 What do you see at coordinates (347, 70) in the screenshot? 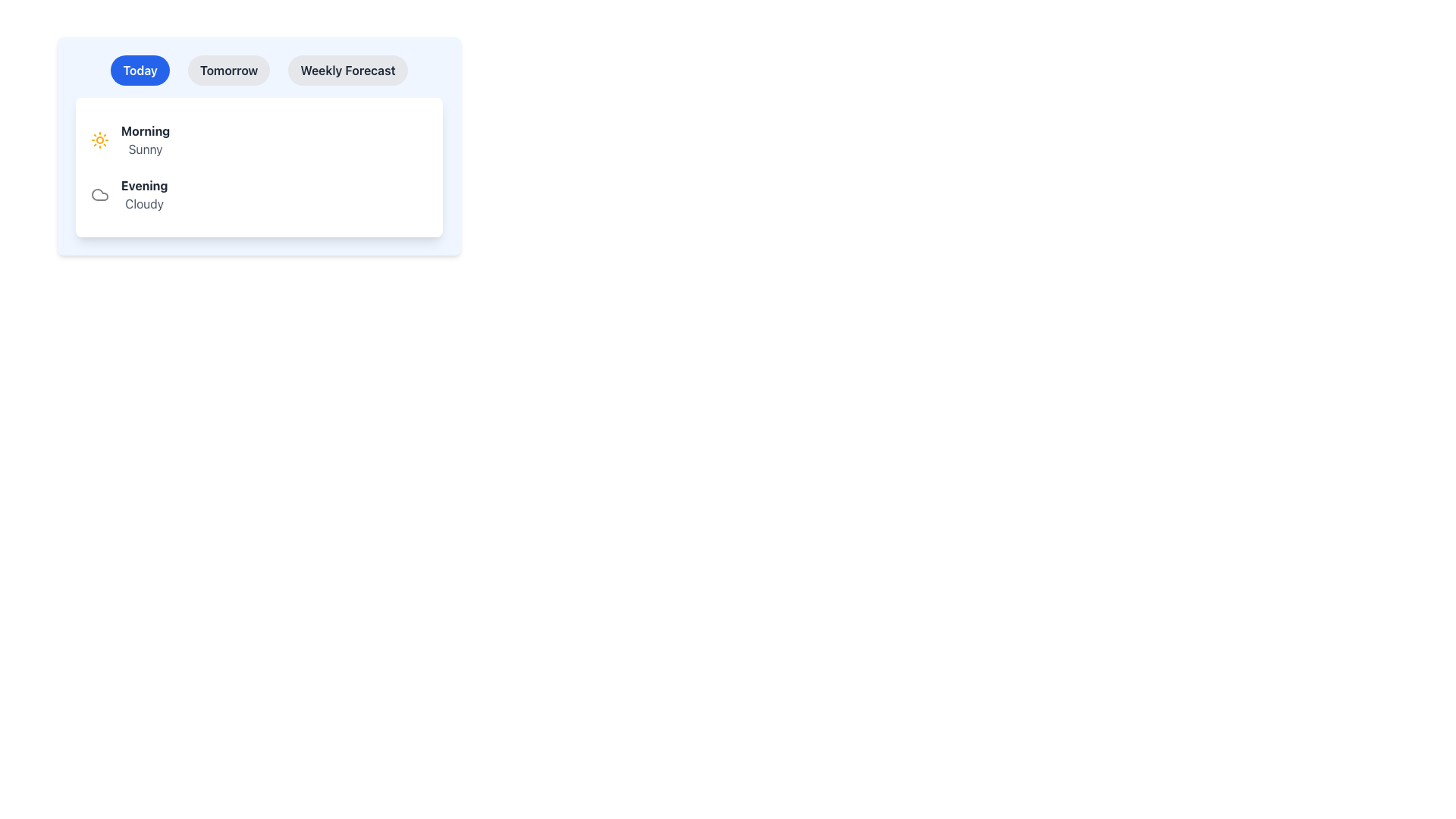
I see `the 'Weekly Forecast' button, which is the rightmost button in a horizontal group of buttons` at bounding box center [347, 70].